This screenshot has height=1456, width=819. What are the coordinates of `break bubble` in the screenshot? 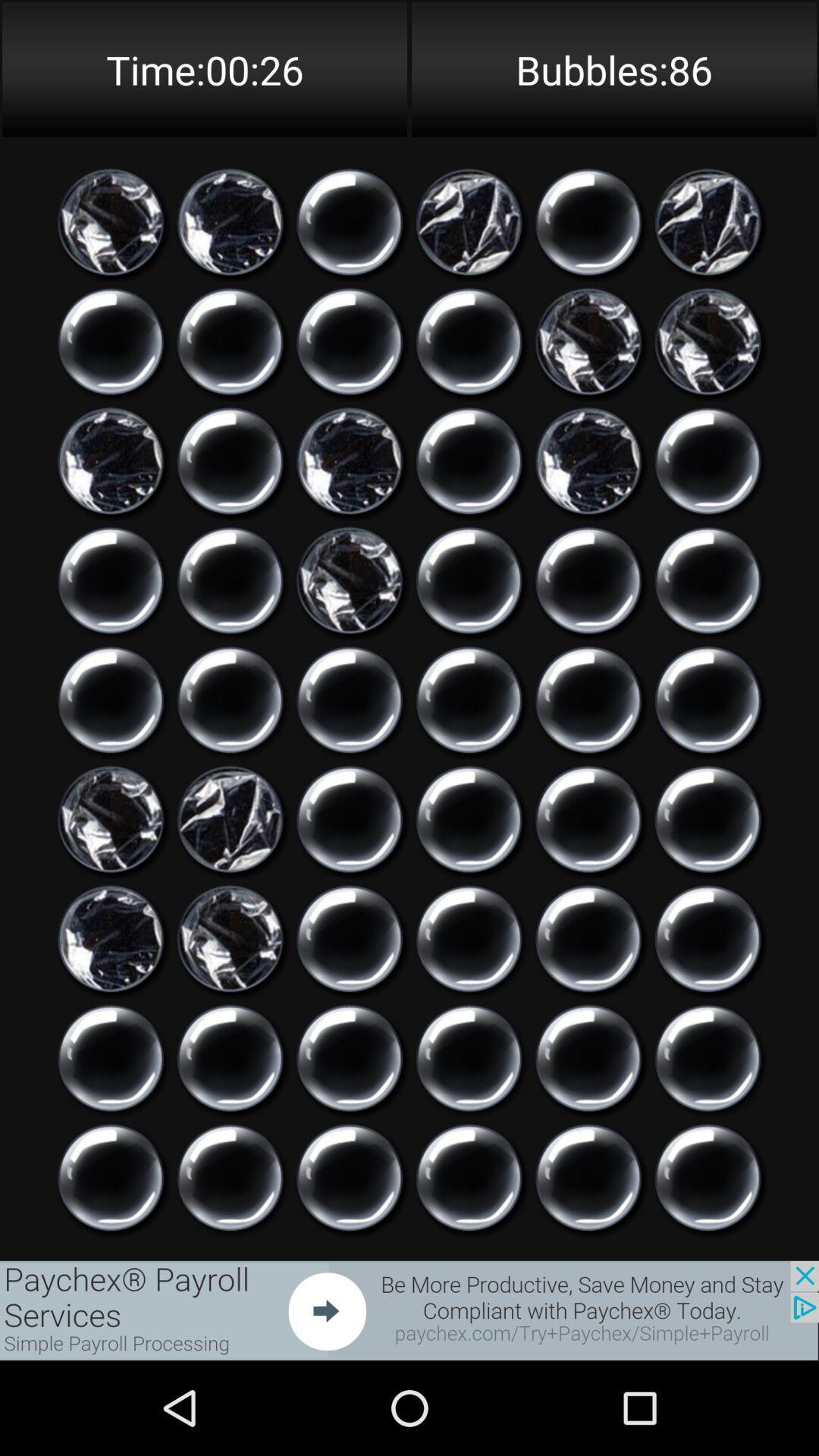 It's located at (350, 1057).